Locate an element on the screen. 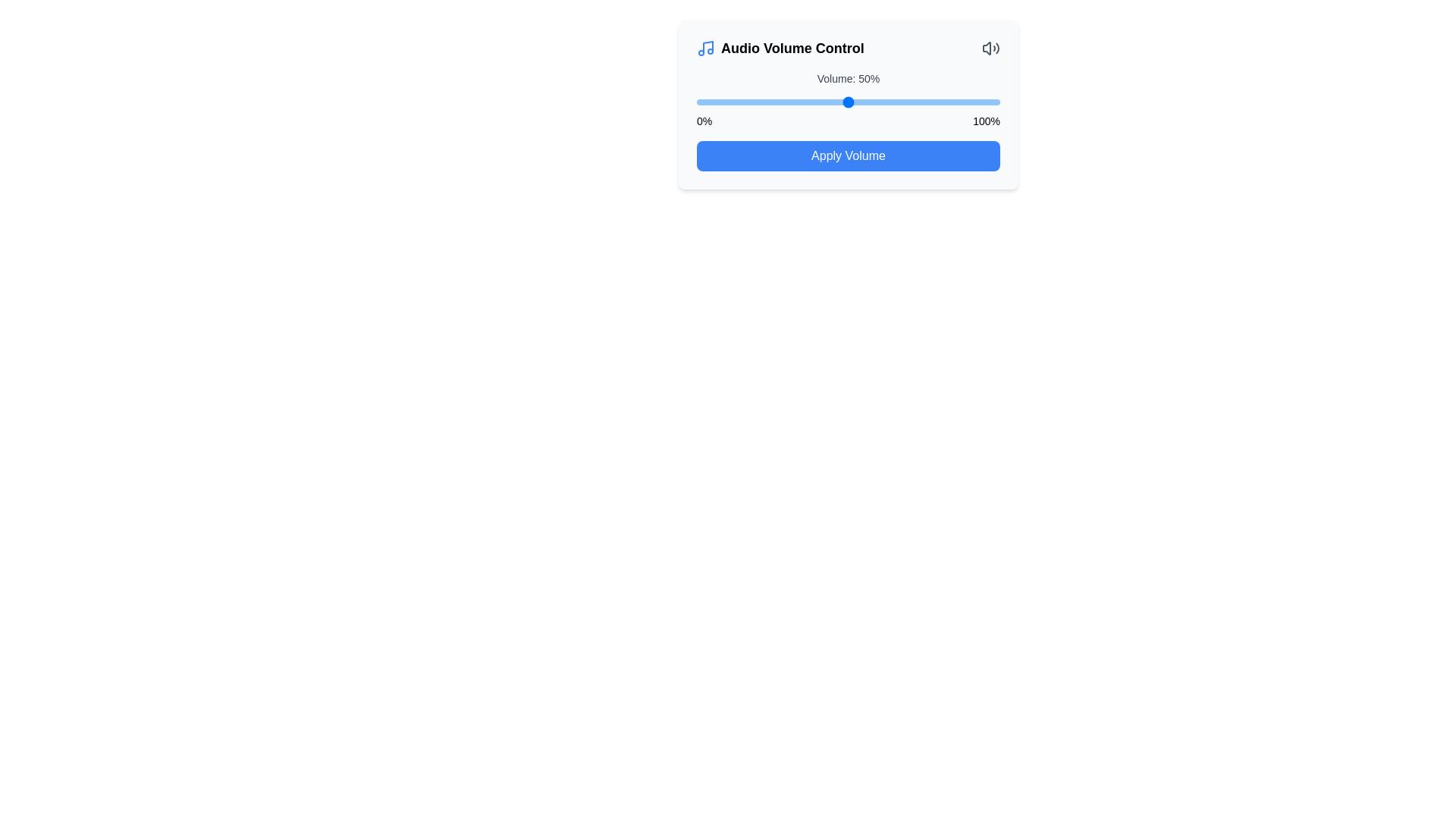 Image resolution: width=1456 pixels, height=819 pixels. the horizontal slider element labeled 'Volume: 50%' is located at coordinates (847, 102).